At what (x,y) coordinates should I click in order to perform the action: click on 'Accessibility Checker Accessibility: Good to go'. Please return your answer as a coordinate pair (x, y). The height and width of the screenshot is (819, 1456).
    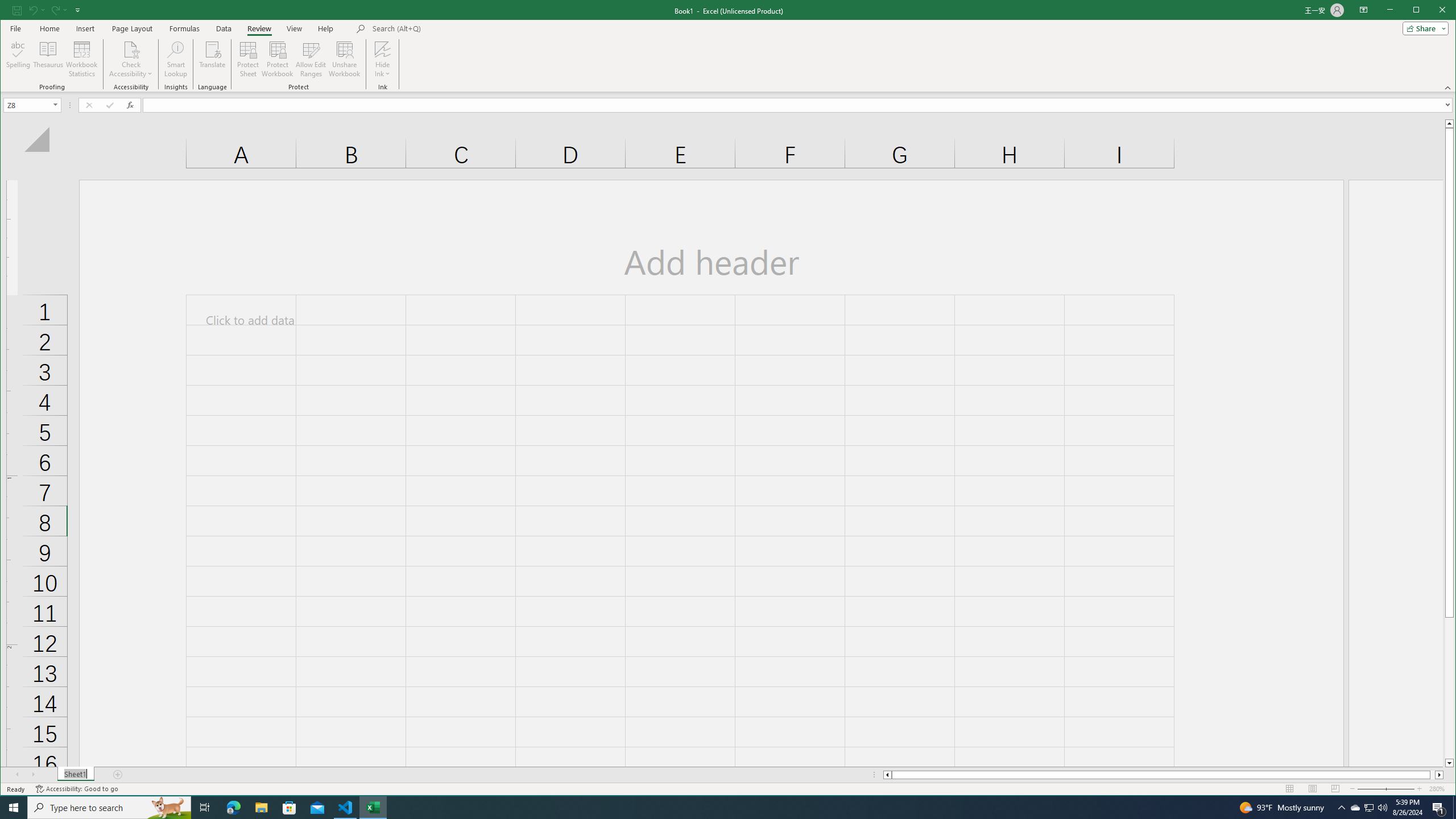
    Looking at the image, I should click on (76, 788).